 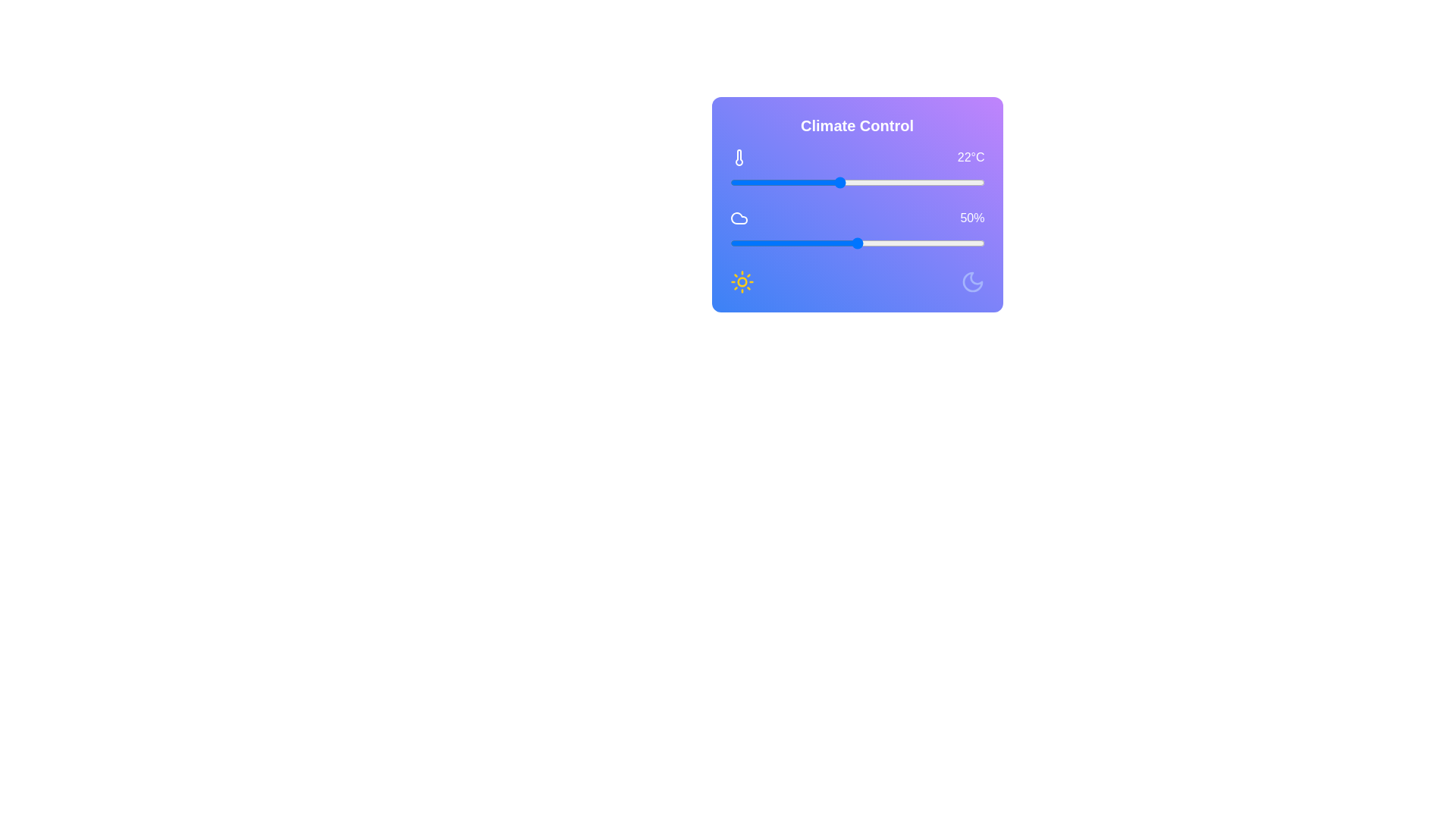 I want to click on the thermometer icon that visually represents temperature, located at the top-left corner of the climate control panel, aligned with the '22°C' text, so click(x=739, y=158).